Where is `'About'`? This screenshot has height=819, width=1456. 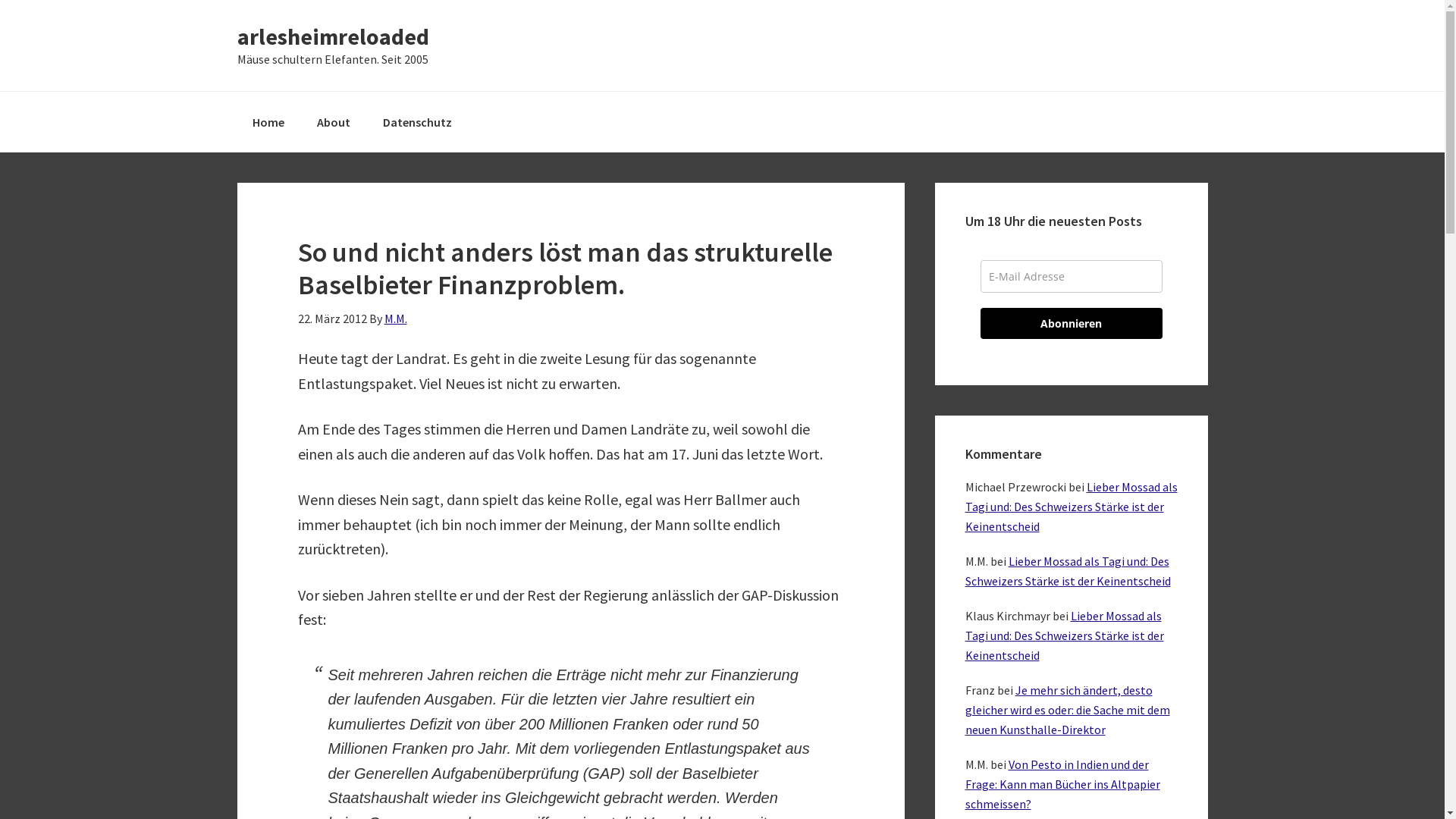 'About' is located at coordinates (333, 121).